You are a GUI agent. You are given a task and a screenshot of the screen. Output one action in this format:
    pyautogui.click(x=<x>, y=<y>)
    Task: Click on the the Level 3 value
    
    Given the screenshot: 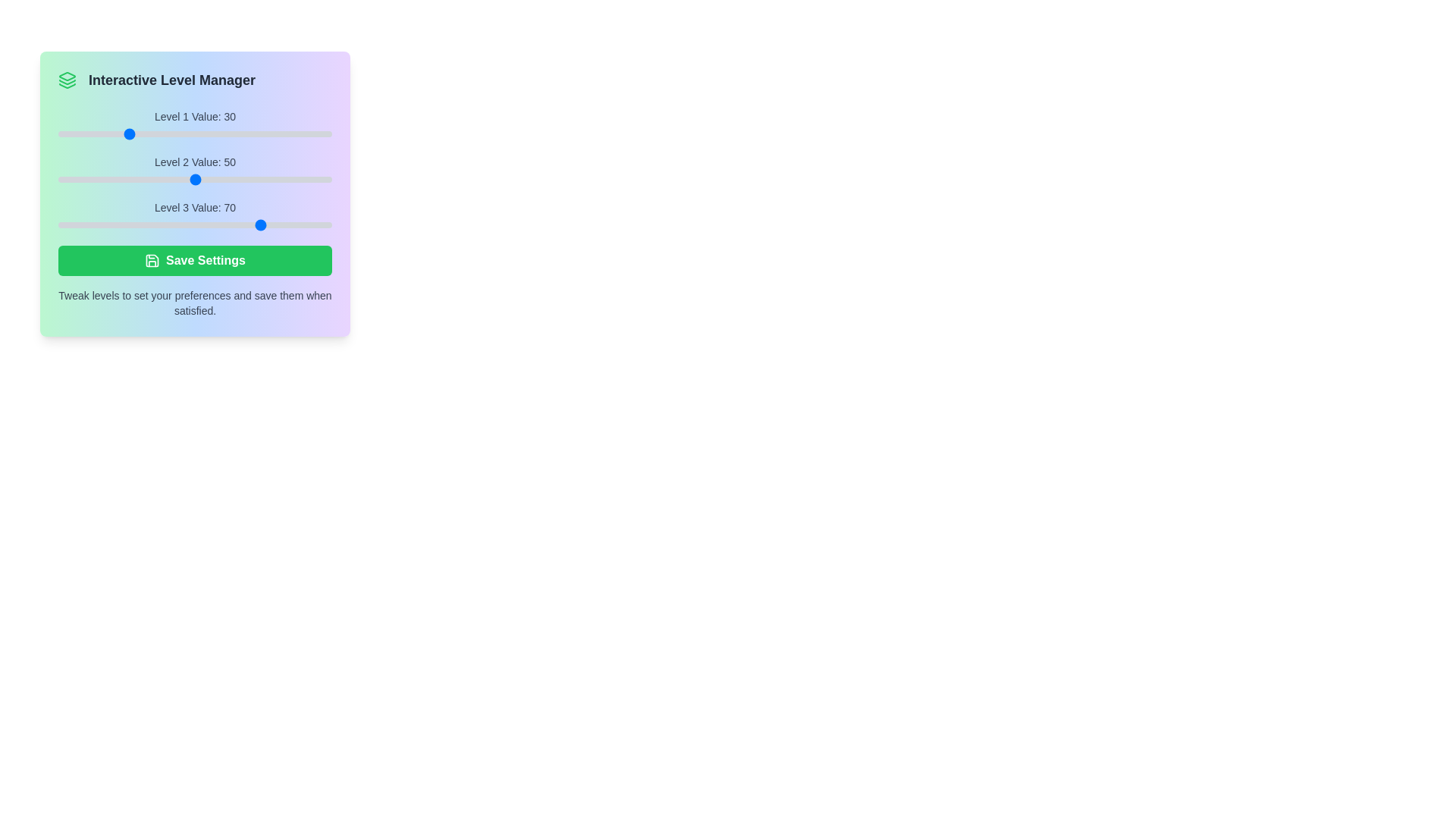 What is the action you would take?
    pyautogui.click(x=102, y=225)
    